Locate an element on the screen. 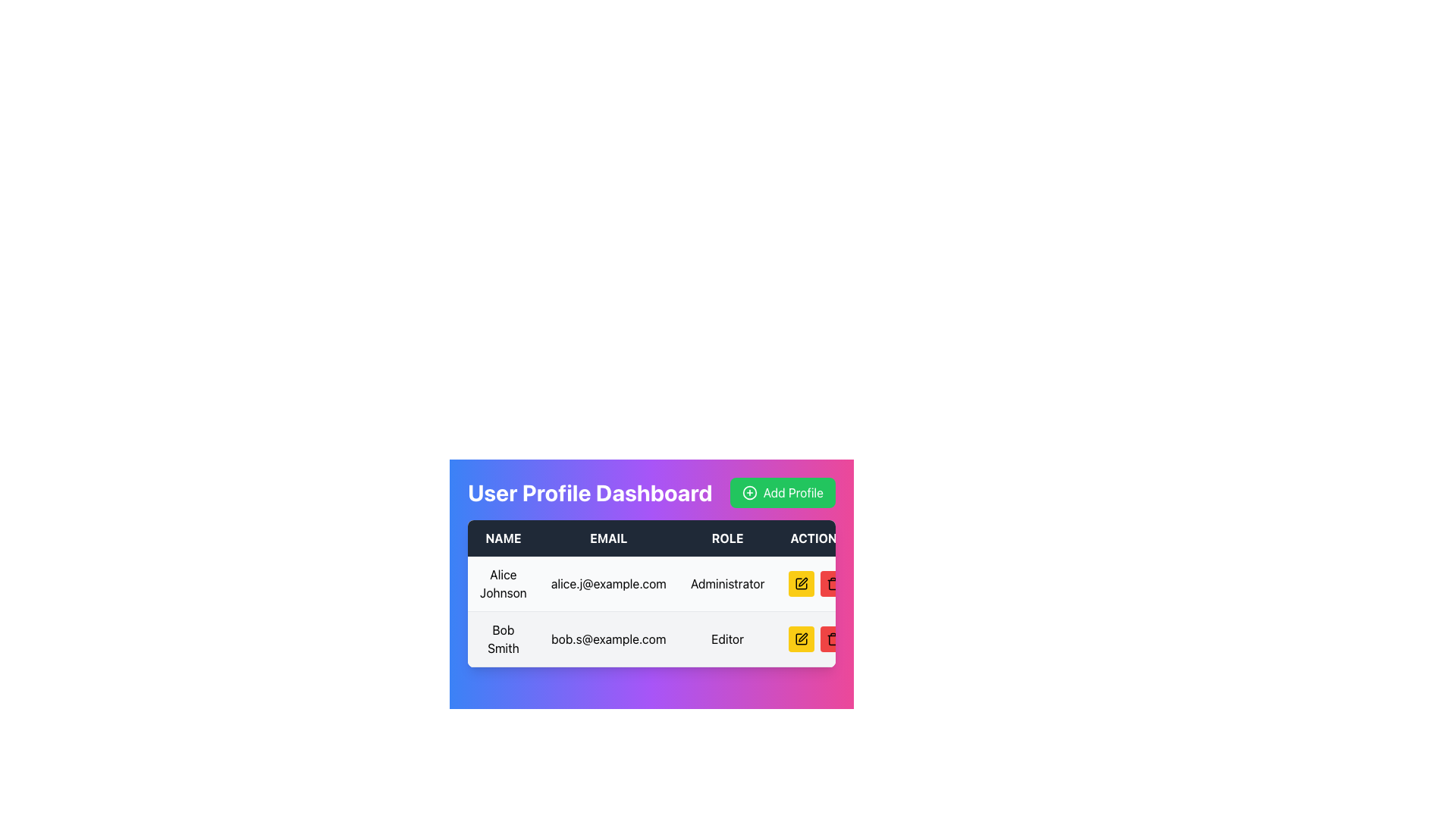 This screenshot has width=1456, height=819. the TextDisplay element that shows the email address for user 'Alice Johnson' in the EMAIL column of the user information table is located at coordinates (608, 583).